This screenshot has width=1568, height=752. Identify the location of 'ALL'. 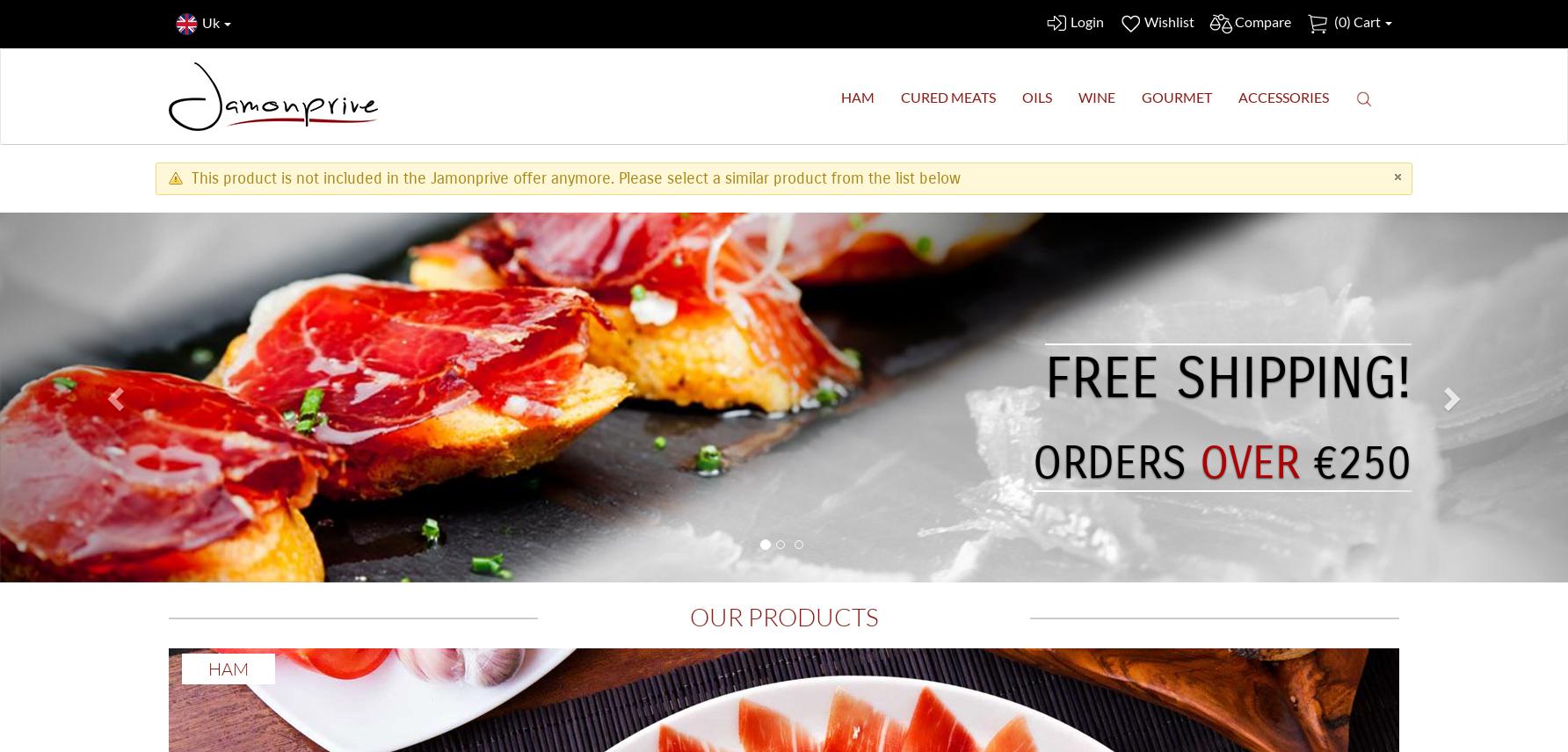
(1390, 462).